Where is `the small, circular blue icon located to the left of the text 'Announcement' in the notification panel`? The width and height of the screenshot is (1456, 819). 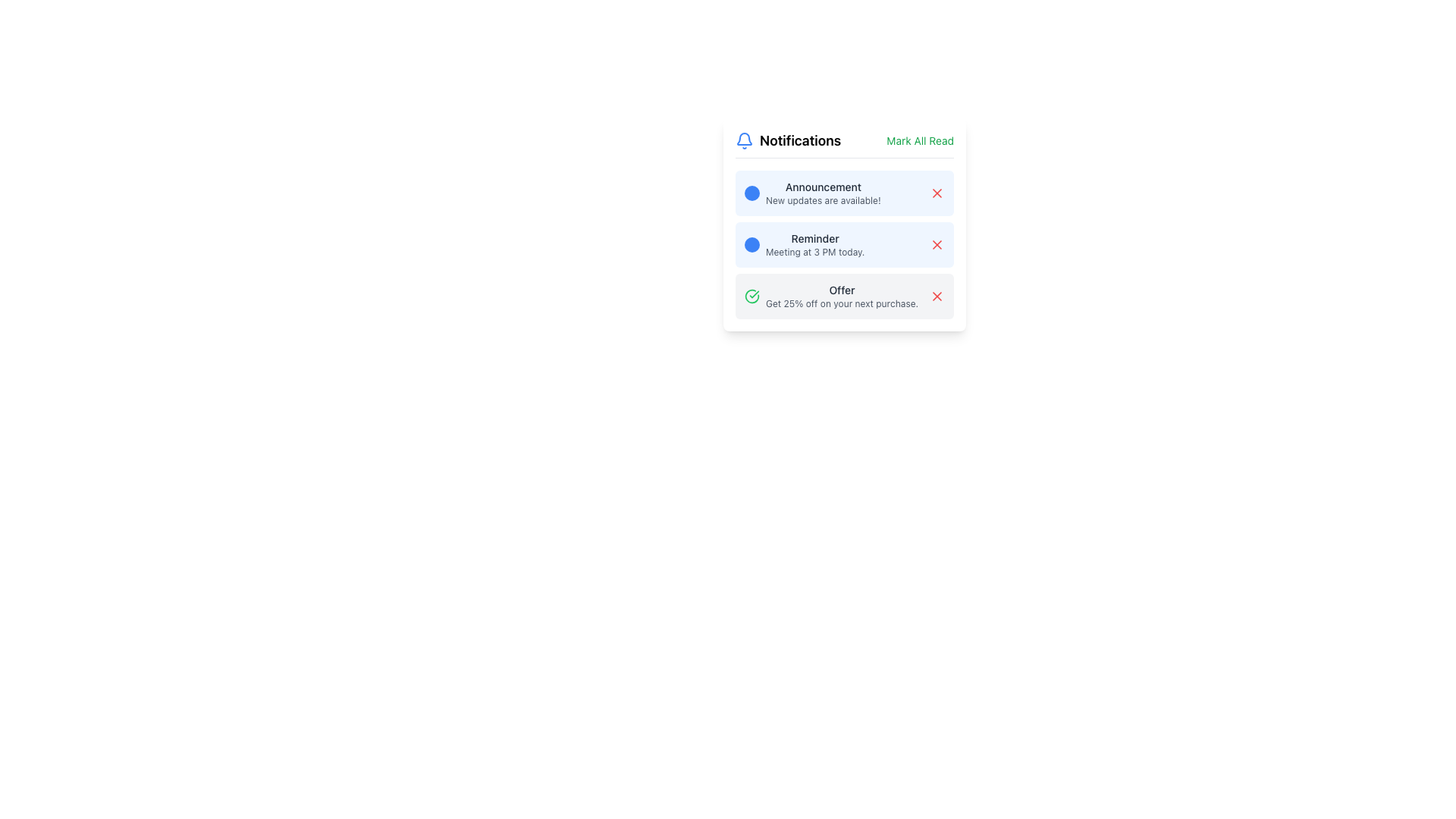
the small, circular blue icon located to the left of the text 'Announcement' in the notification panel is located at coordinates (752, 192).